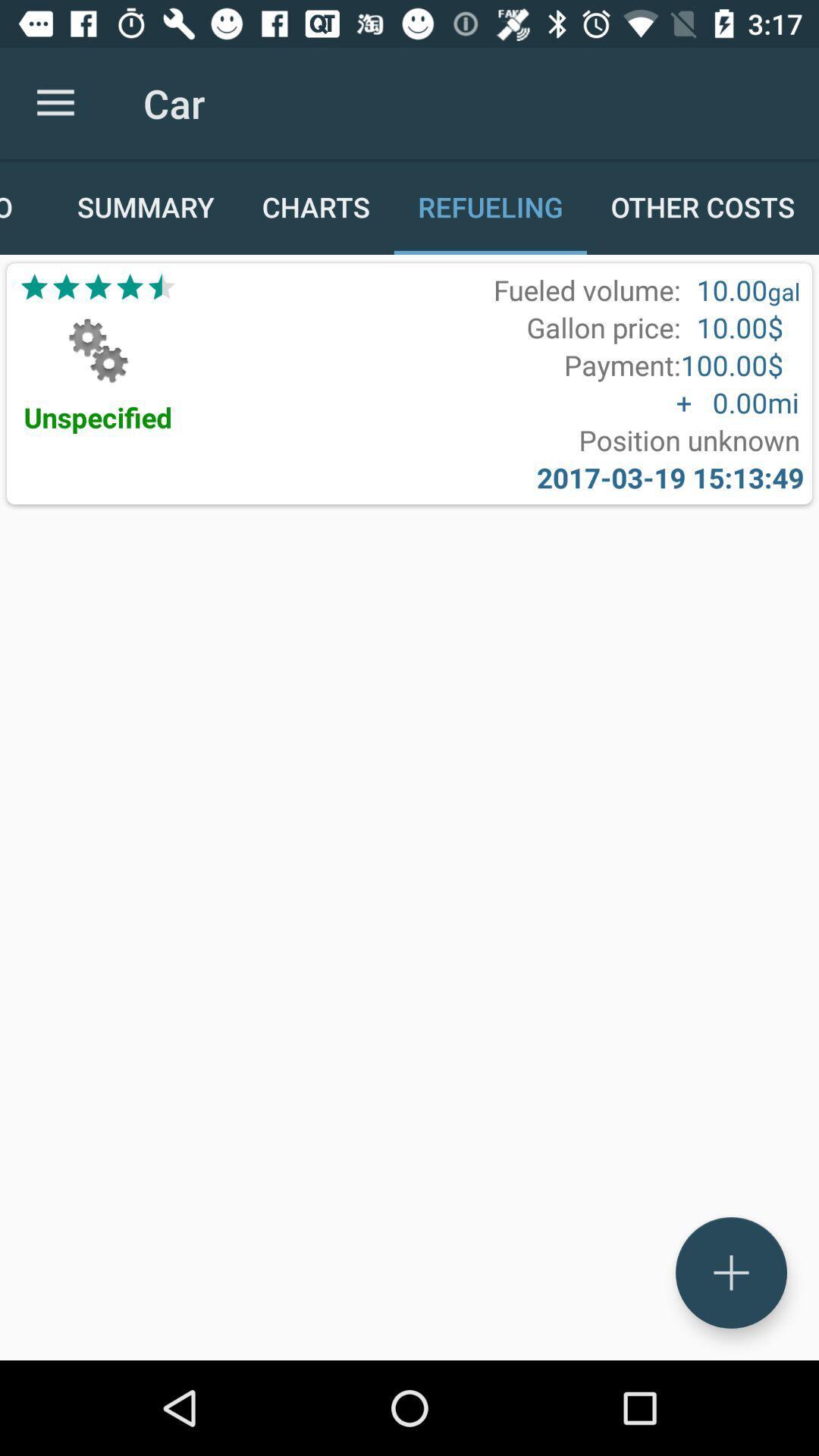 The height and width of the screenshot is (1456, 819). Describe the element at coordinates (622, 365) in the screenshot. I see `the item next to 100.00 icon` at that location.